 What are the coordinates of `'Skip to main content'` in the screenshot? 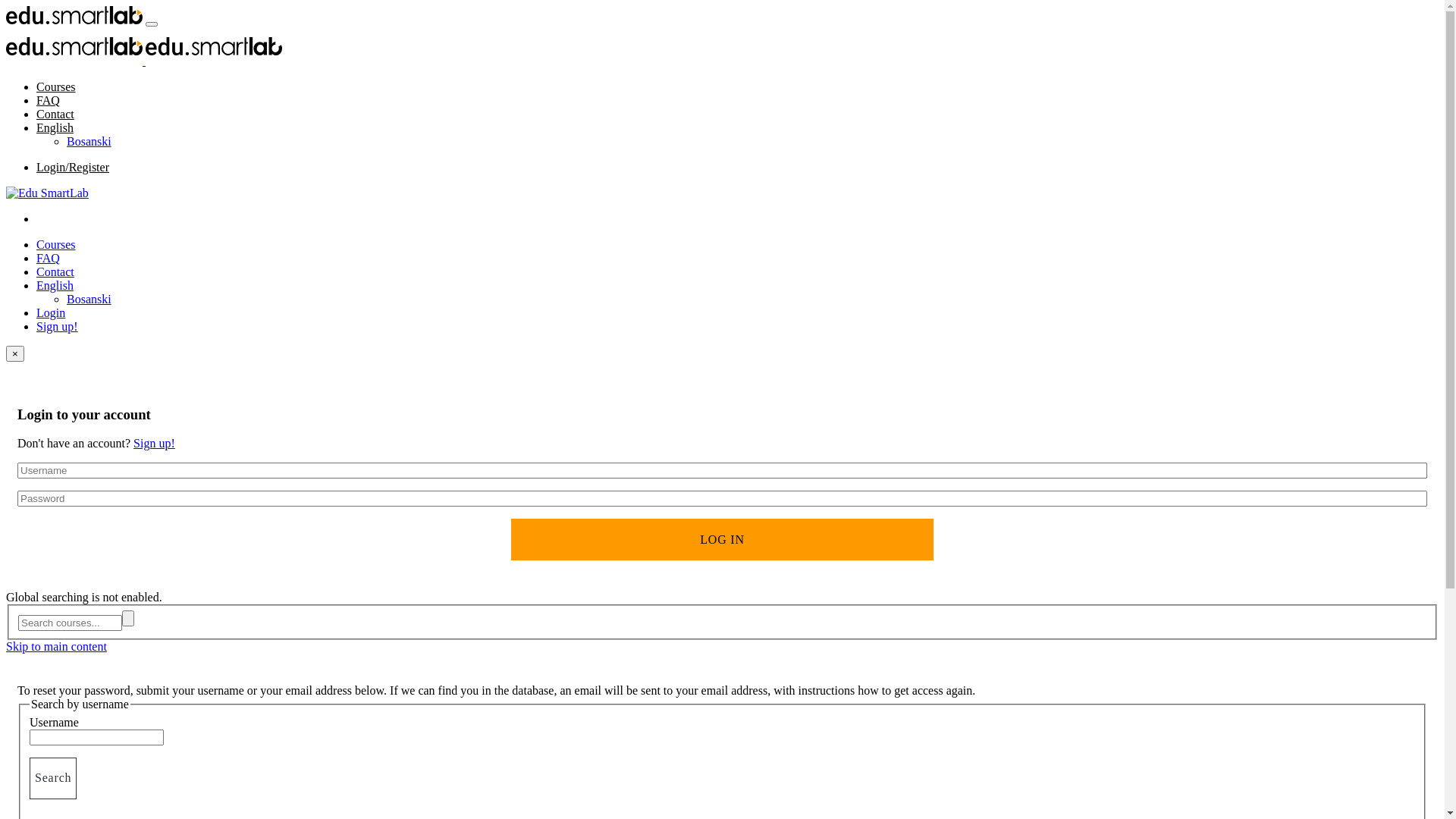 It's located at (56, 646).